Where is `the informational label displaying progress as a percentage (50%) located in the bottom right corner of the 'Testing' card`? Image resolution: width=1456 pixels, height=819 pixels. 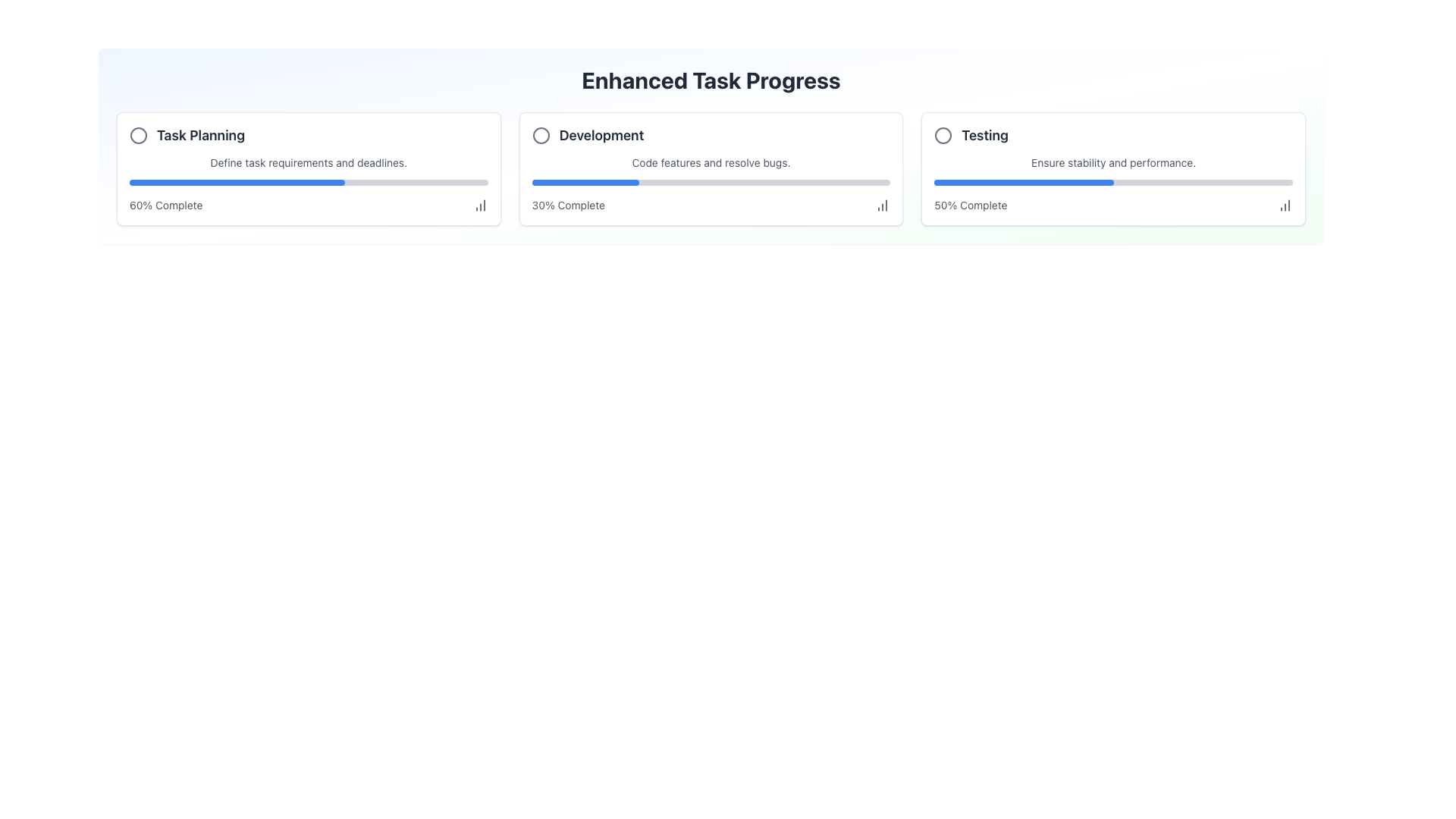 the informational label displaying progress as a percentage (50%) located in the bottom right corner of the 'Testing' card is located at coordinates (1113, 205).